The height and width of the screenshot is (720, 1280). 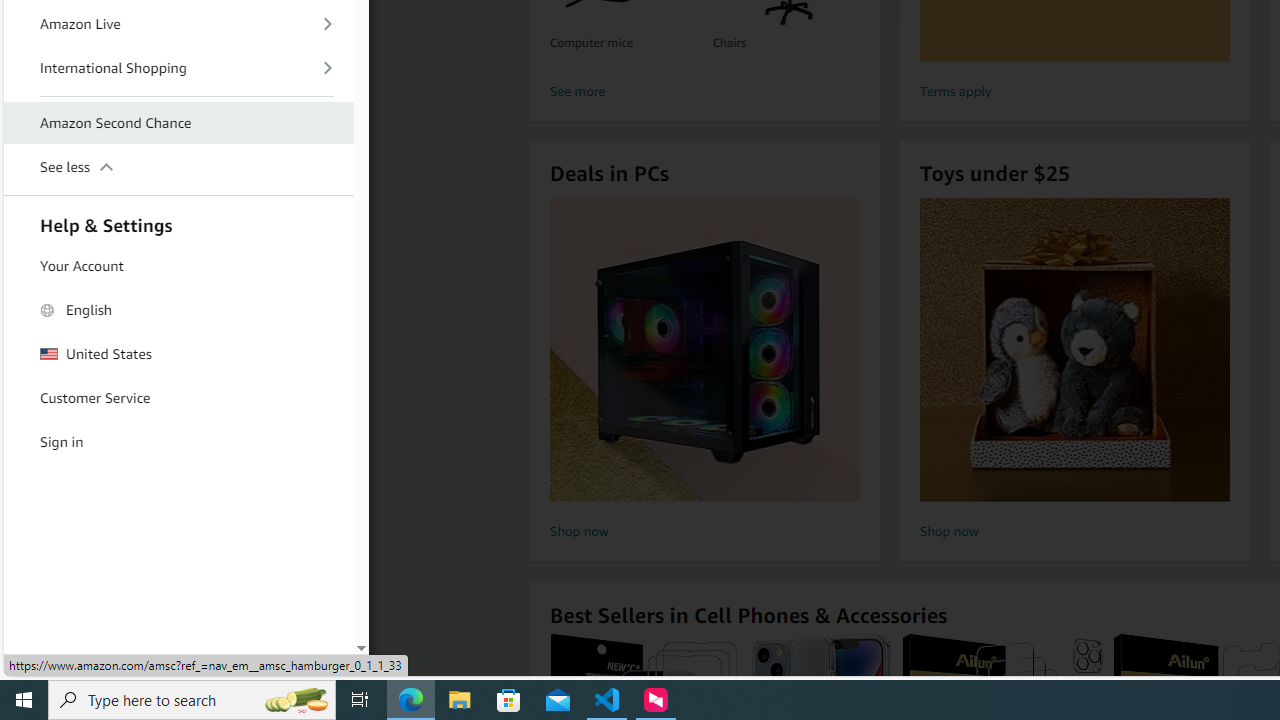 What do you see at coordinates (179, 123) in the screenshot?
I see `'Amazon Second Chance'` at bounding box center [179, 123].